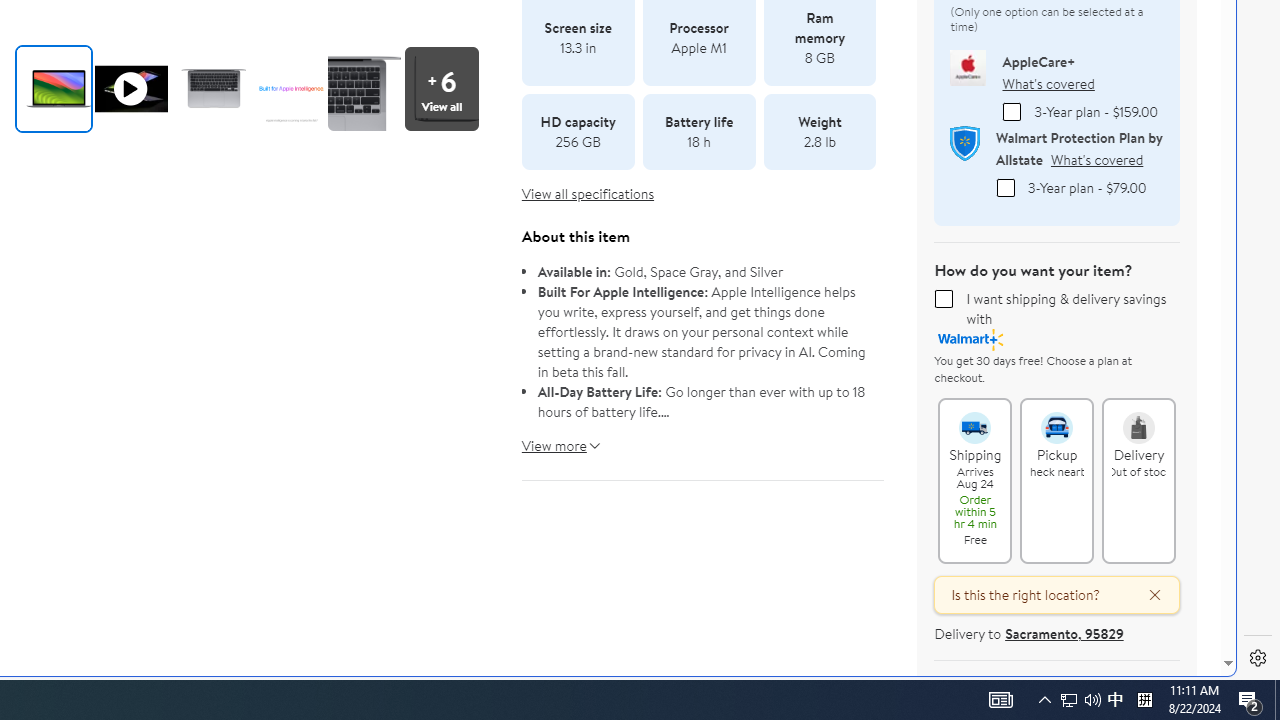 The height and width of the screenshot is (720, 1280). Describe the element at coordinates (1095, 158) in the screenshot. I see `'What'` at that location.